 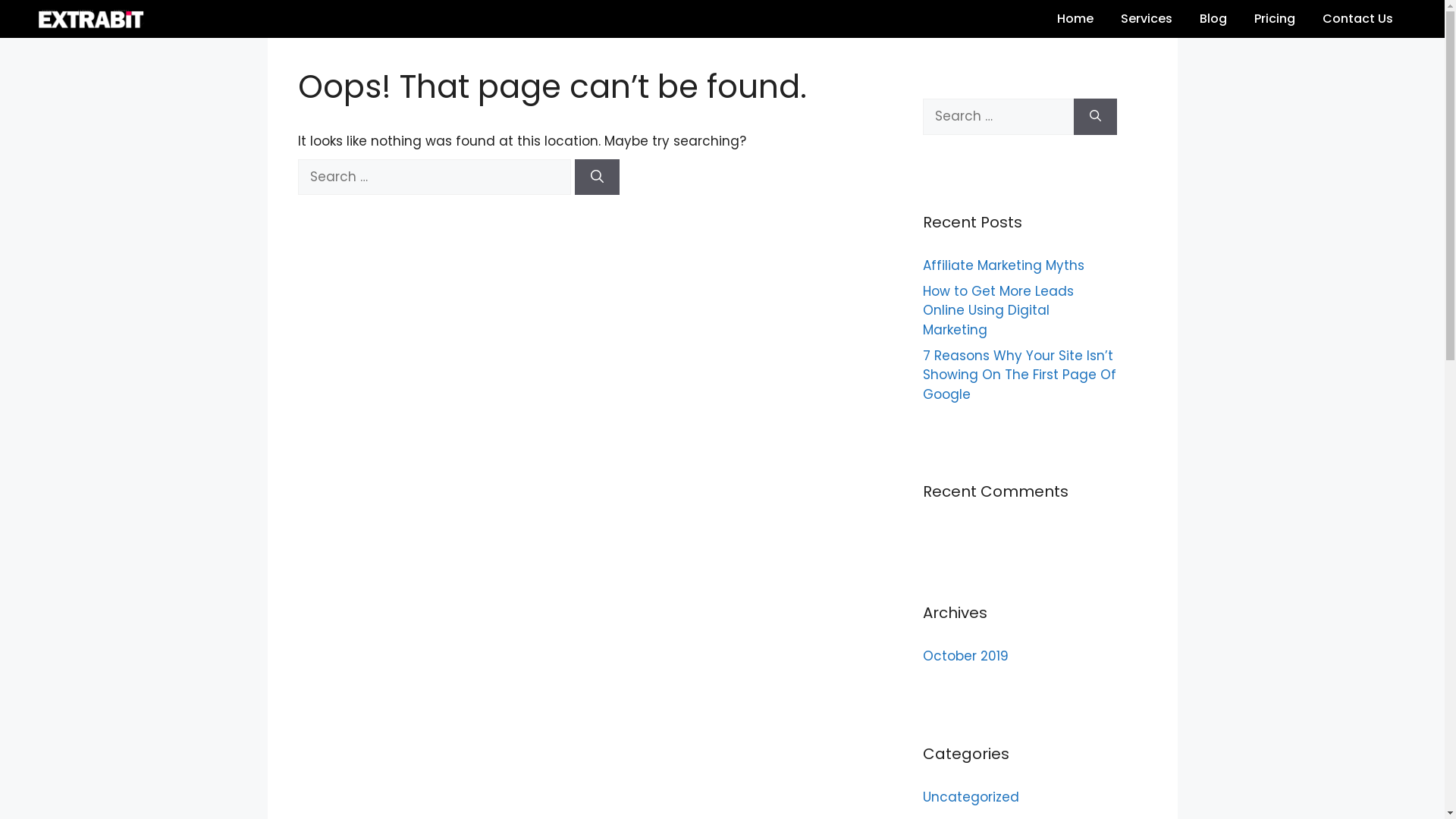 I want to click on 'Affiliate Marketing Myths ', so click(x=1004, y=265).